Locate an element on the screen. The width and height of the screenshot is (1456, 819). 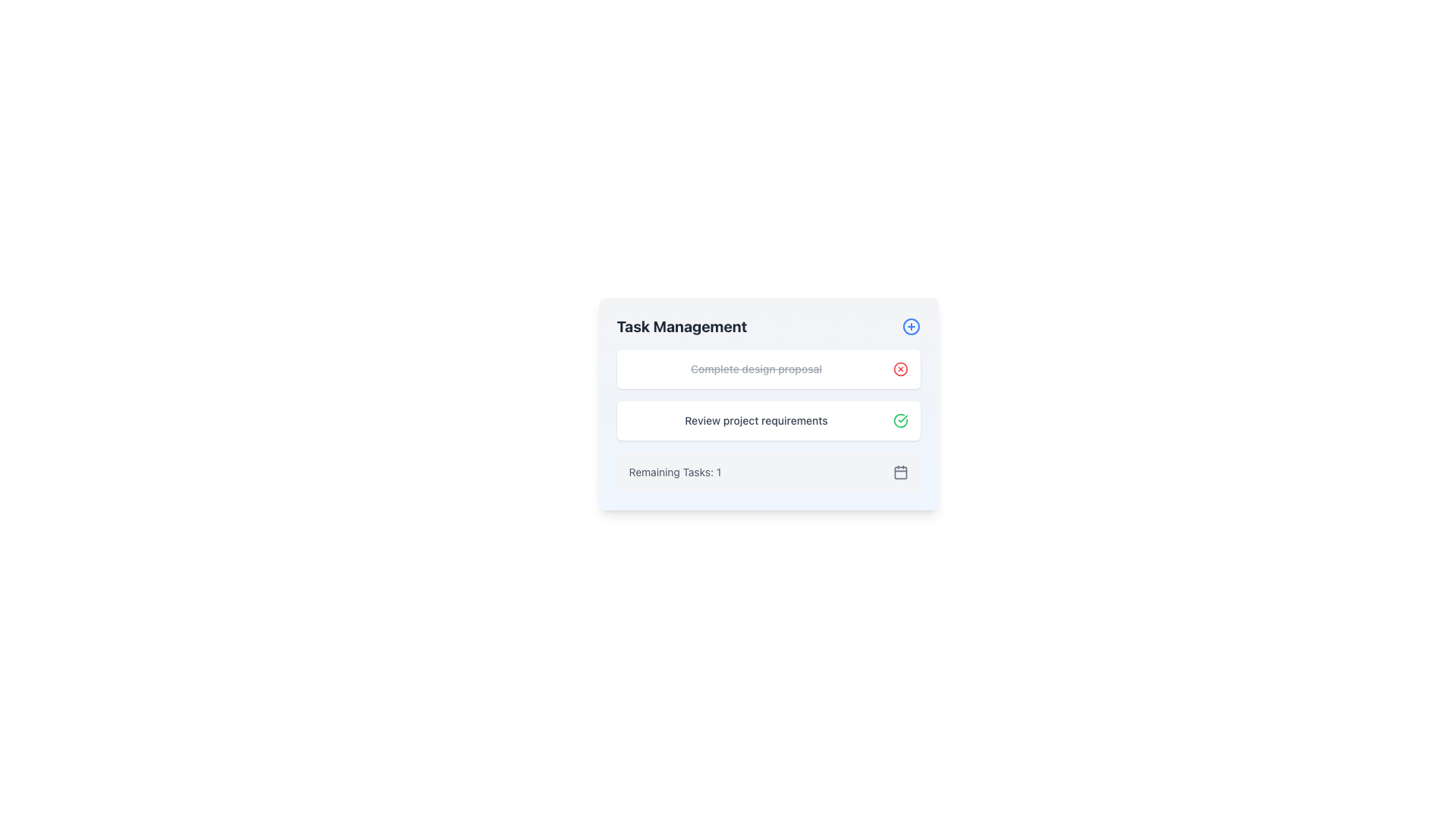
the interactive list item representing the task 'Review project requirements' is located at coordinates (768, 421).